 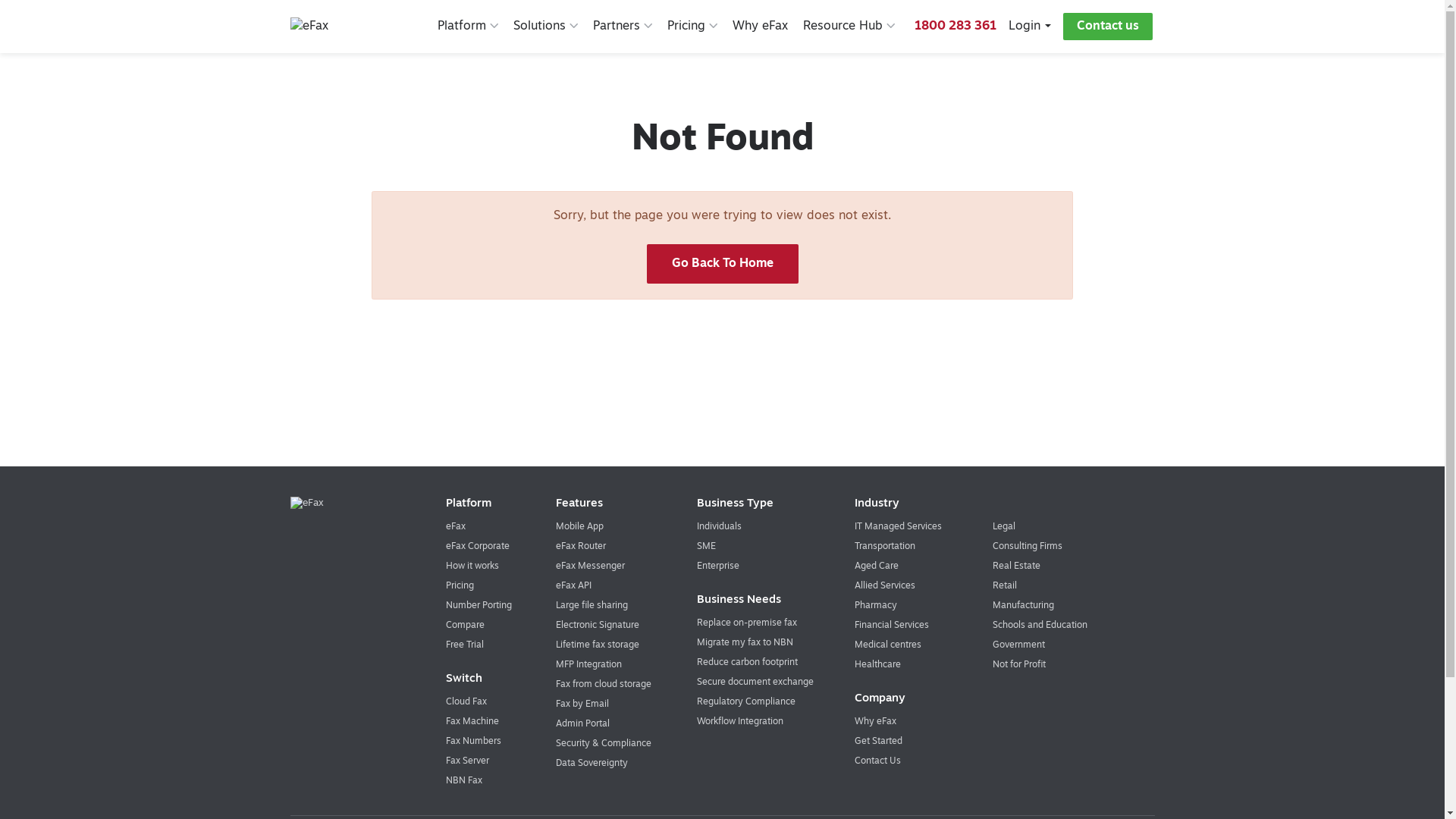 What do you see at coordinates (603, 742) in the screenshot?
I see `'Security & Compliance'` at bounding box center [603, 742].